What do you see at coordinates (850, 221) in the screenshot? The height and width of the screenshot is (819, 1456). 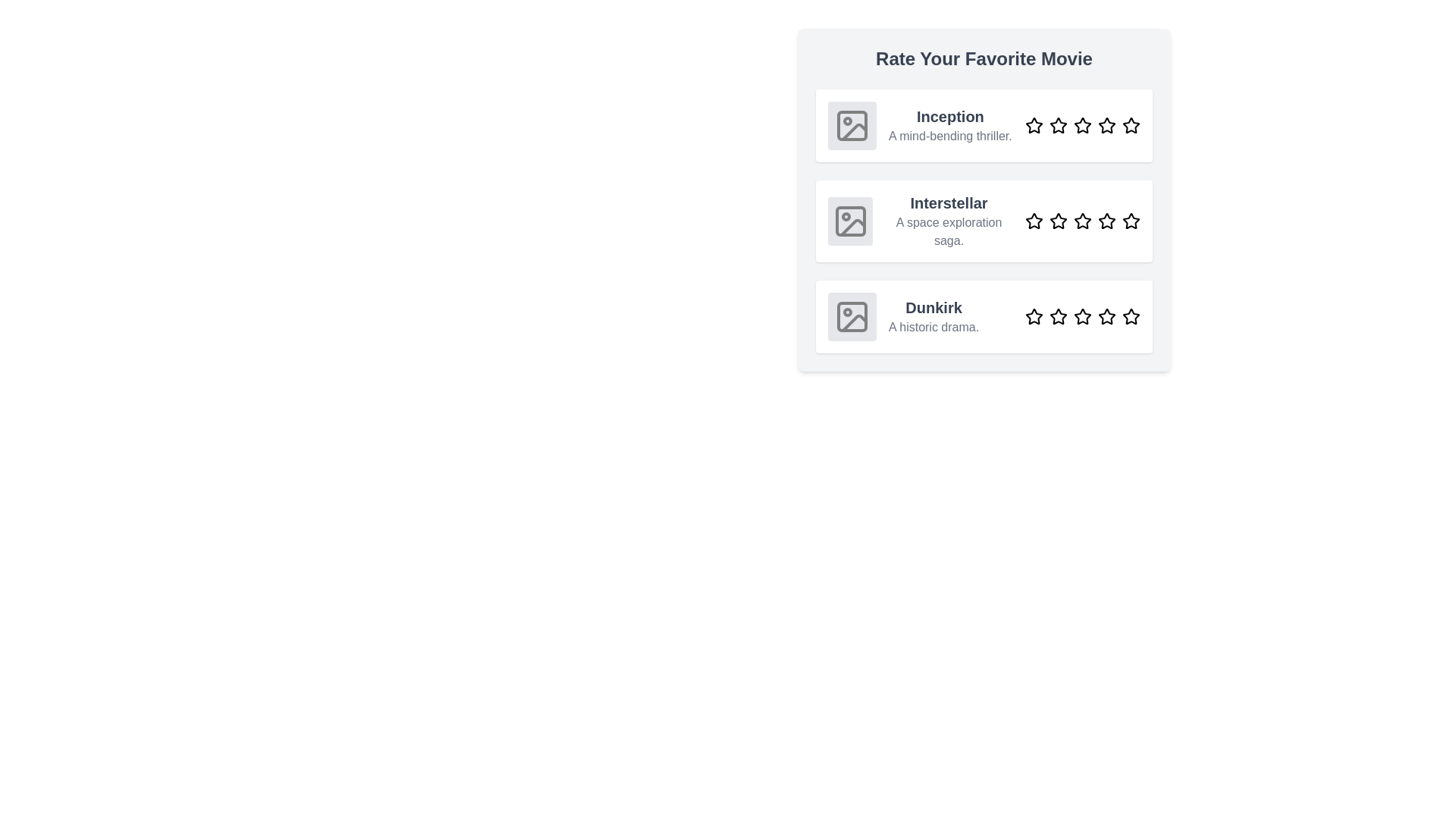 I see `the icon resembling a generic image placeholder located to the left of the text 'Interstellar' in the 'Rate Your Favorite Movie' list` at bounding box center [850, 221].